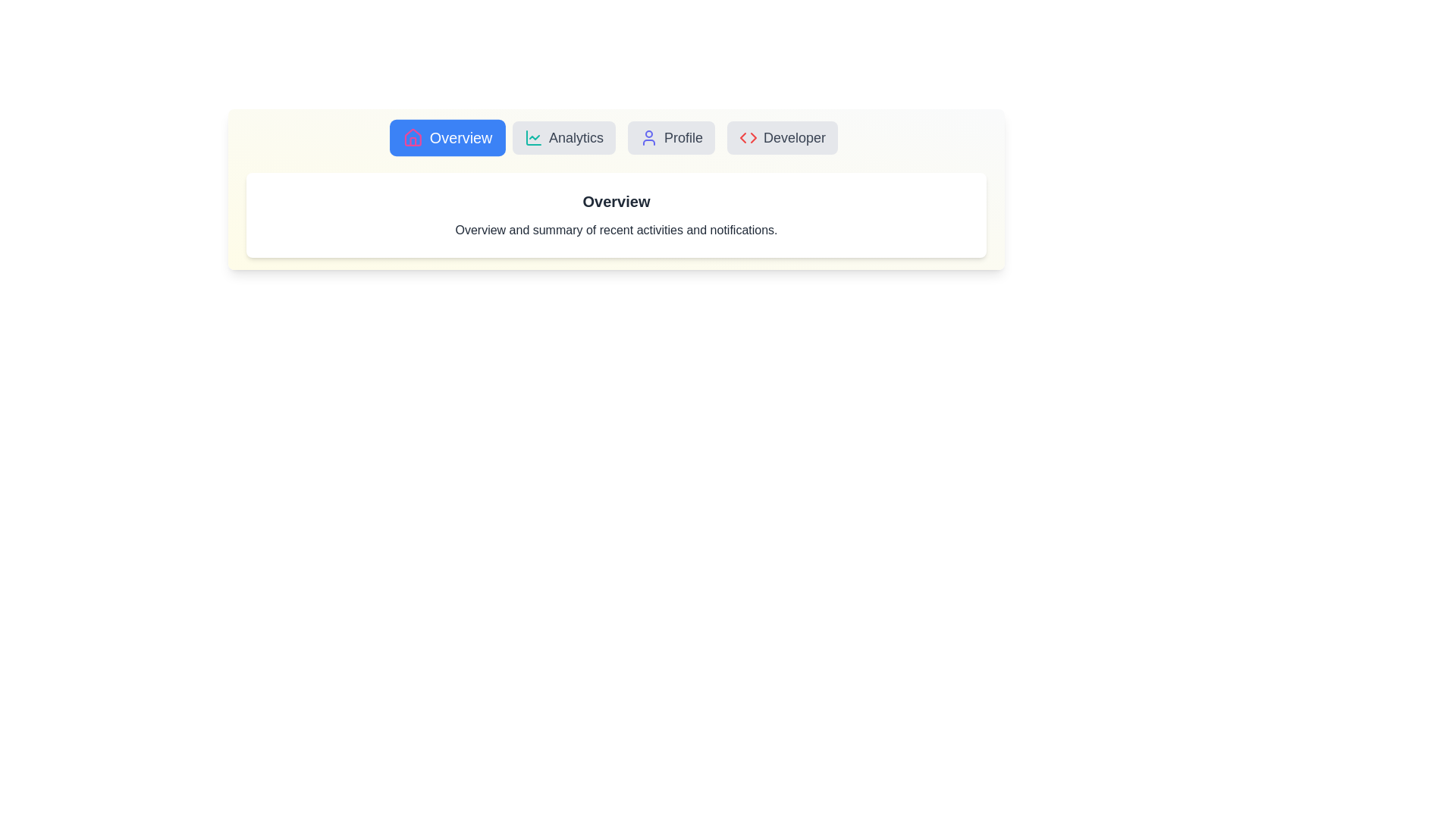 The image size is (1456, 819). What do you see at coordinates (670, 137) in the screenshot?
I see `the Profile tab to view its content` at bounding box center [670, 137].